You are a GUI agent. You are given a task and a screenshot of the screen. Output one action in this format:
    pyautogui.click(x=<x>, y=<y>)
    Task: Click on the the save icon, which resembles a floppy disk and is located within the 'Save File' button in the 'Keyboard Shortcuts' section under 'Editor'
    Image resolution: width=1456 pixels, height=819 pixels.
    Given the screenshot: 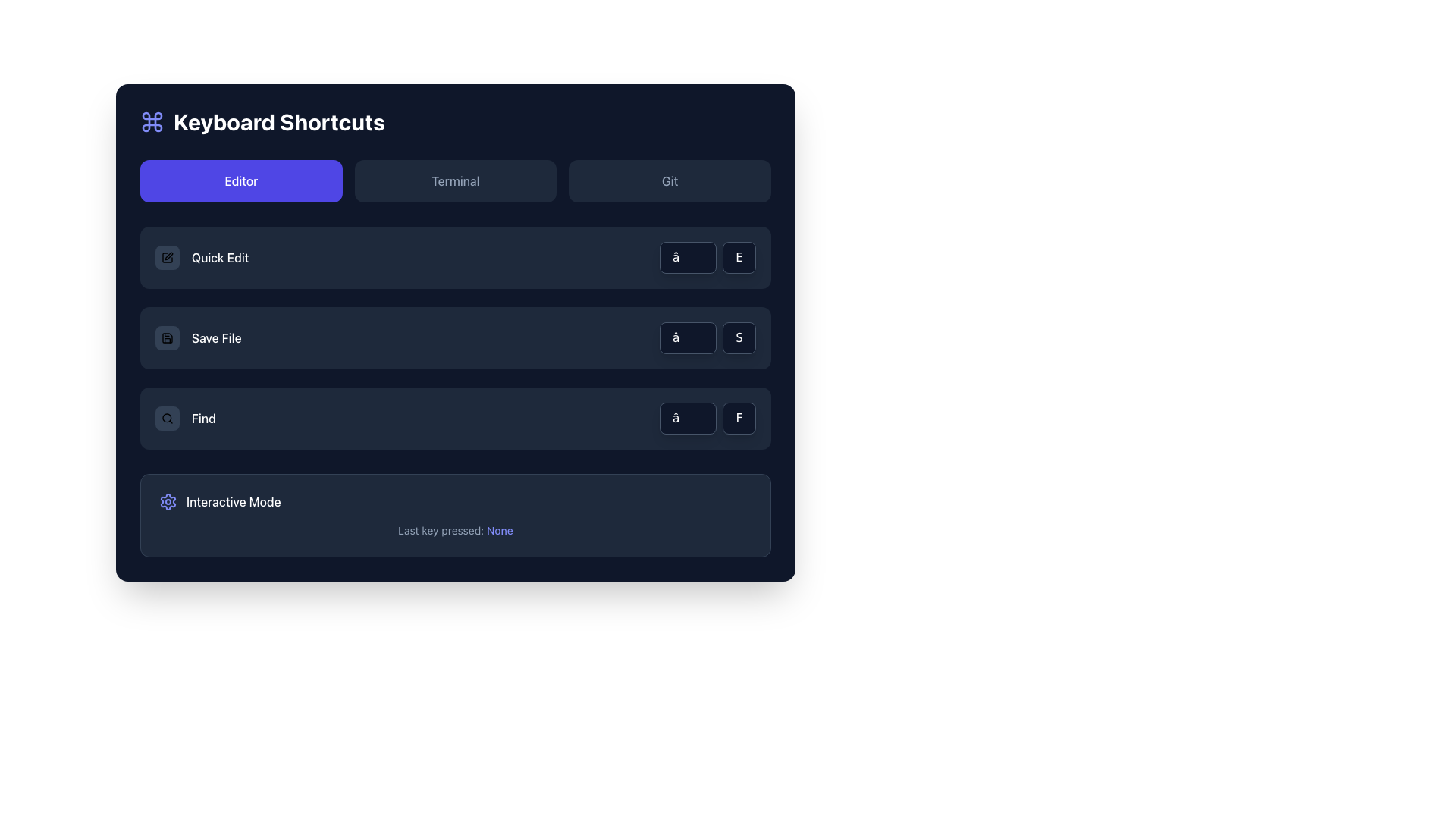 What is the action you would take?
    pyautogui.click(x=167, y=337)
    